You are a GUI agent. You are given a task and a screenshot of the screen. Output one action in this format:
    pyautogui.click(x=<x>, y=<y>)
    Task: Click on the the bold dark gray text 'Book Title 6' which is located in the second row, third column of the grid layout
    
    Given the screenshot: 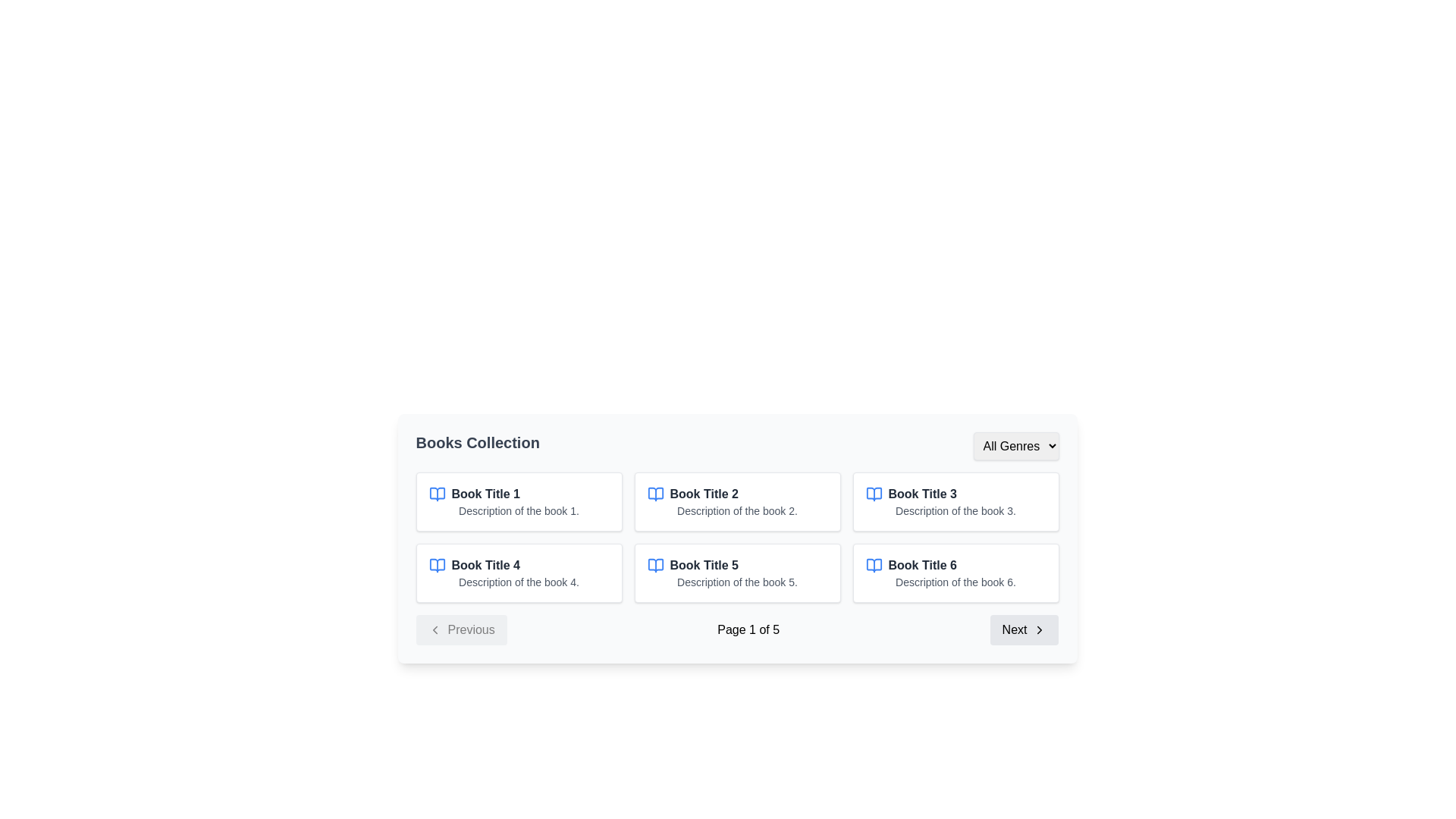 What is the action you would take?
    pyautogui.click(x=955, y=565)
    